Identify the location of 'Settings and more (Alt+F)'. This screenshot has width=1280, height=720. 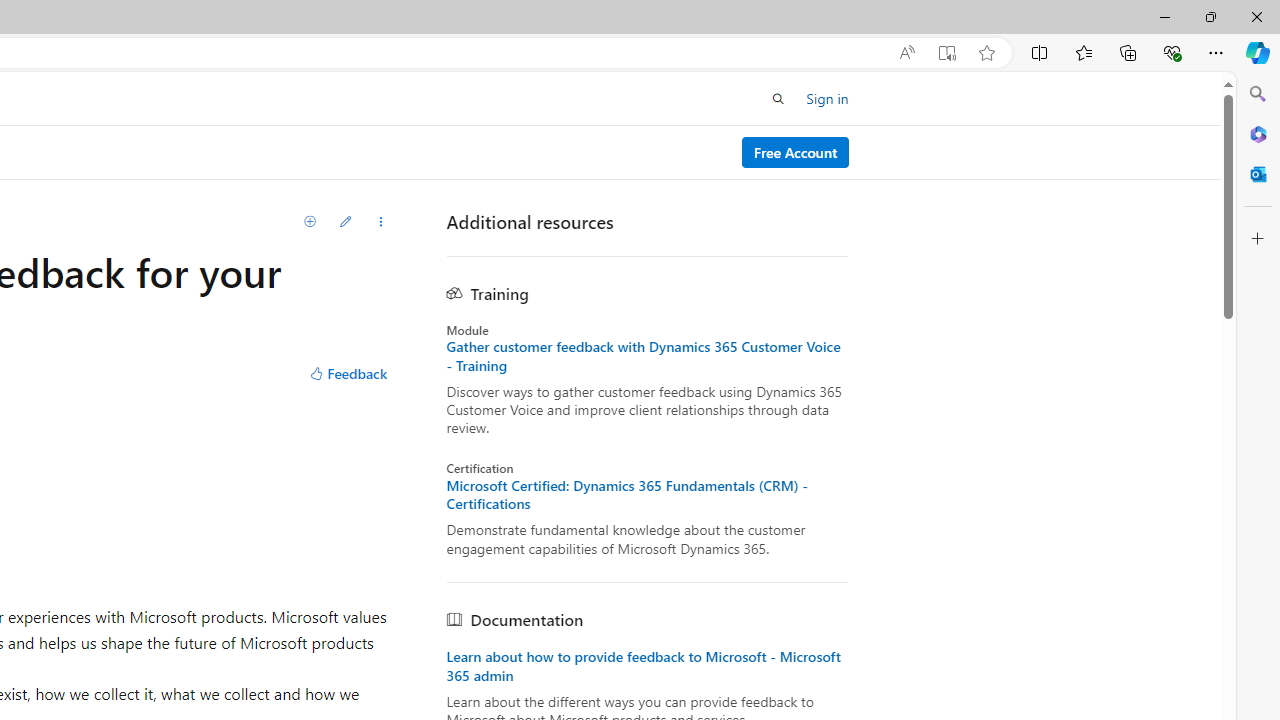
(1215, 51).